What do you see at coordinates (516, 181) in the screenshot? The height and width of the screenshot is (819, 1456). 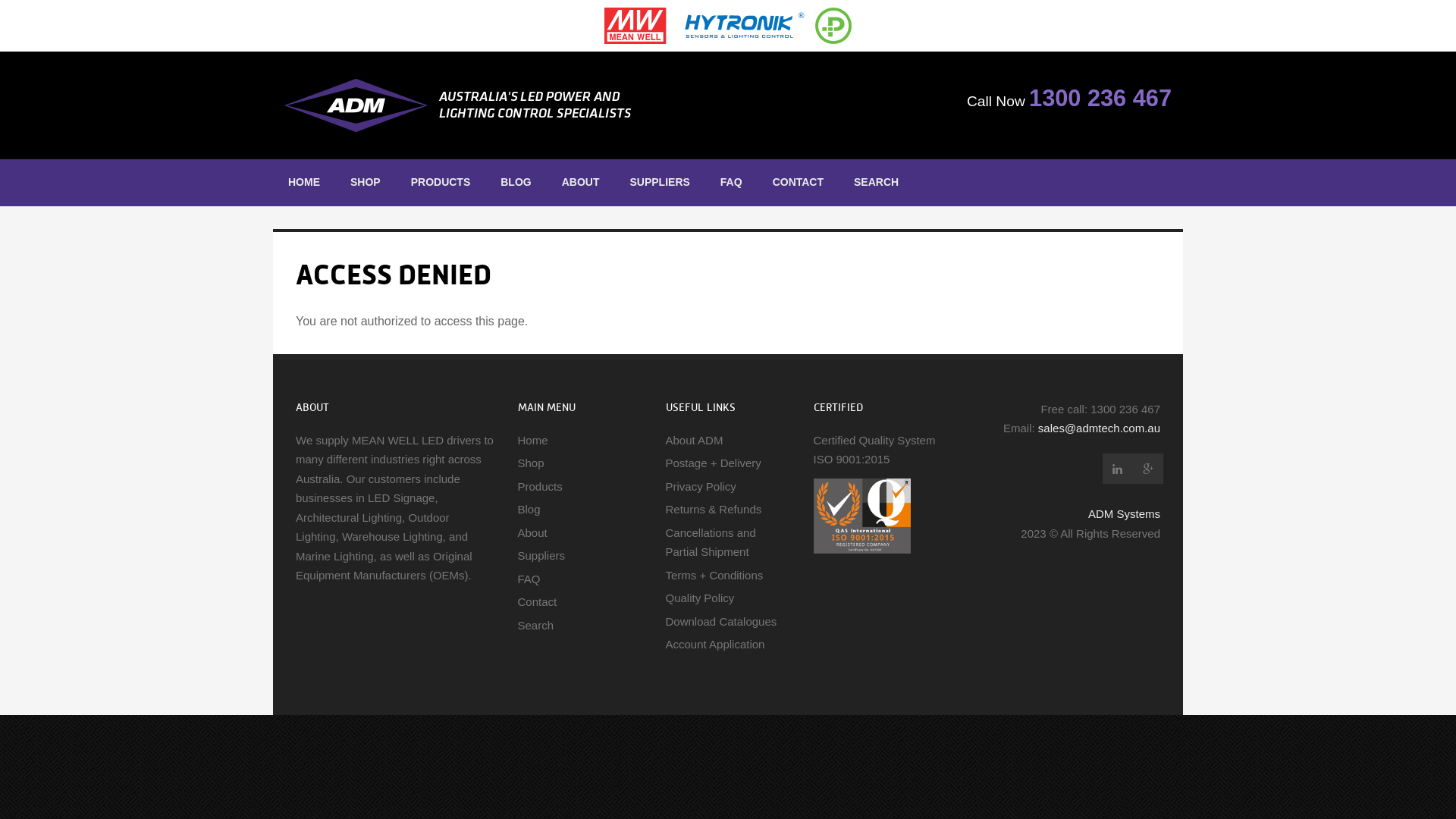 I see `'BLOG'` at bounding box center [516, 181].